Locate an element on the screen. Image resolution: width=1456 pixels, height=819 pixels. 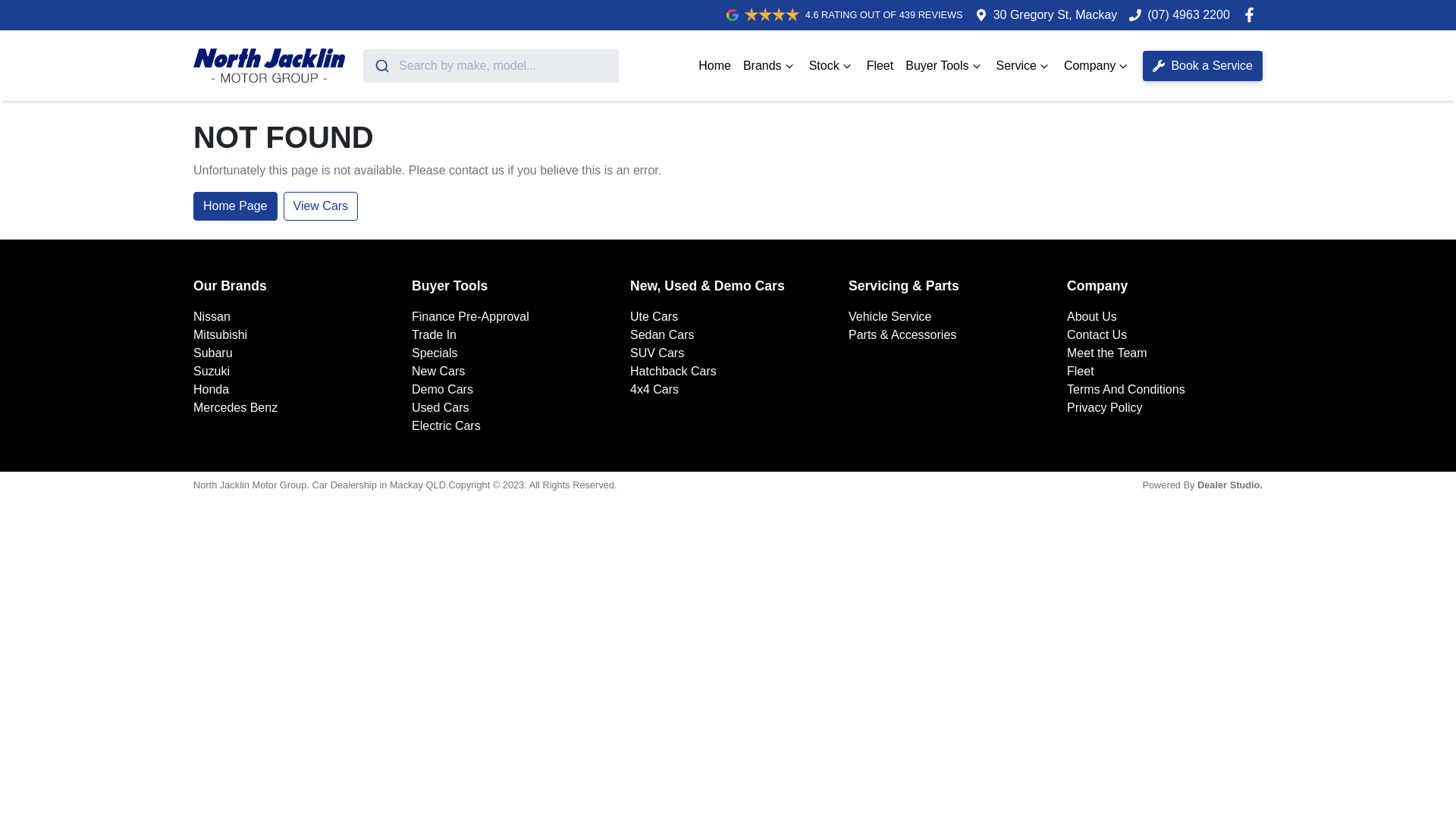
'Suzuki' is located at coordinates (210, 371).